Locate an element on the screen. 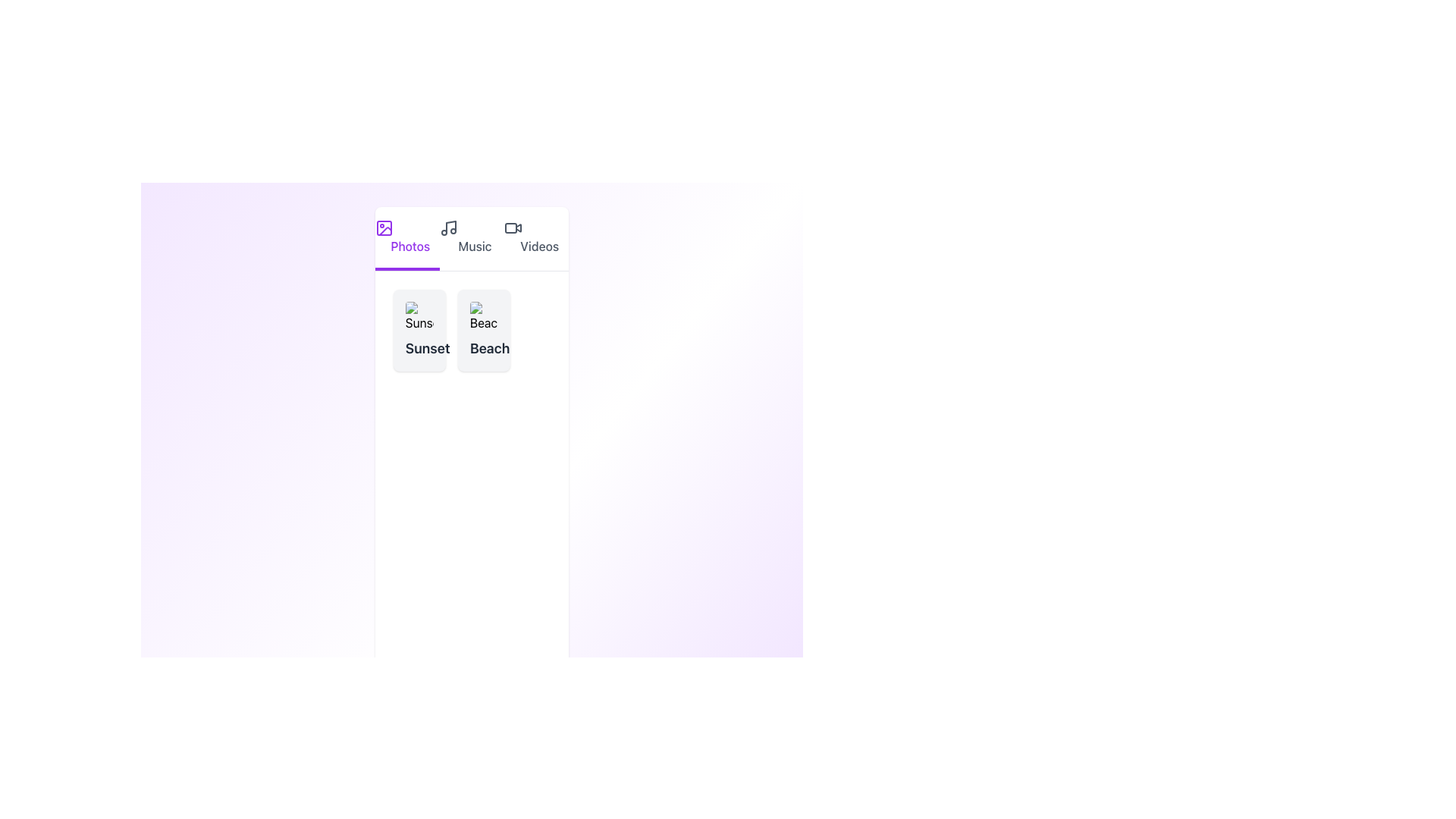 This screenshot has width=1456, height=819. the 'Music' tab icon, which is located in the center of the horizontal tab navigation bar, between the 'Photos' and 'Videos' tabs is located at coordinates (447, 227).